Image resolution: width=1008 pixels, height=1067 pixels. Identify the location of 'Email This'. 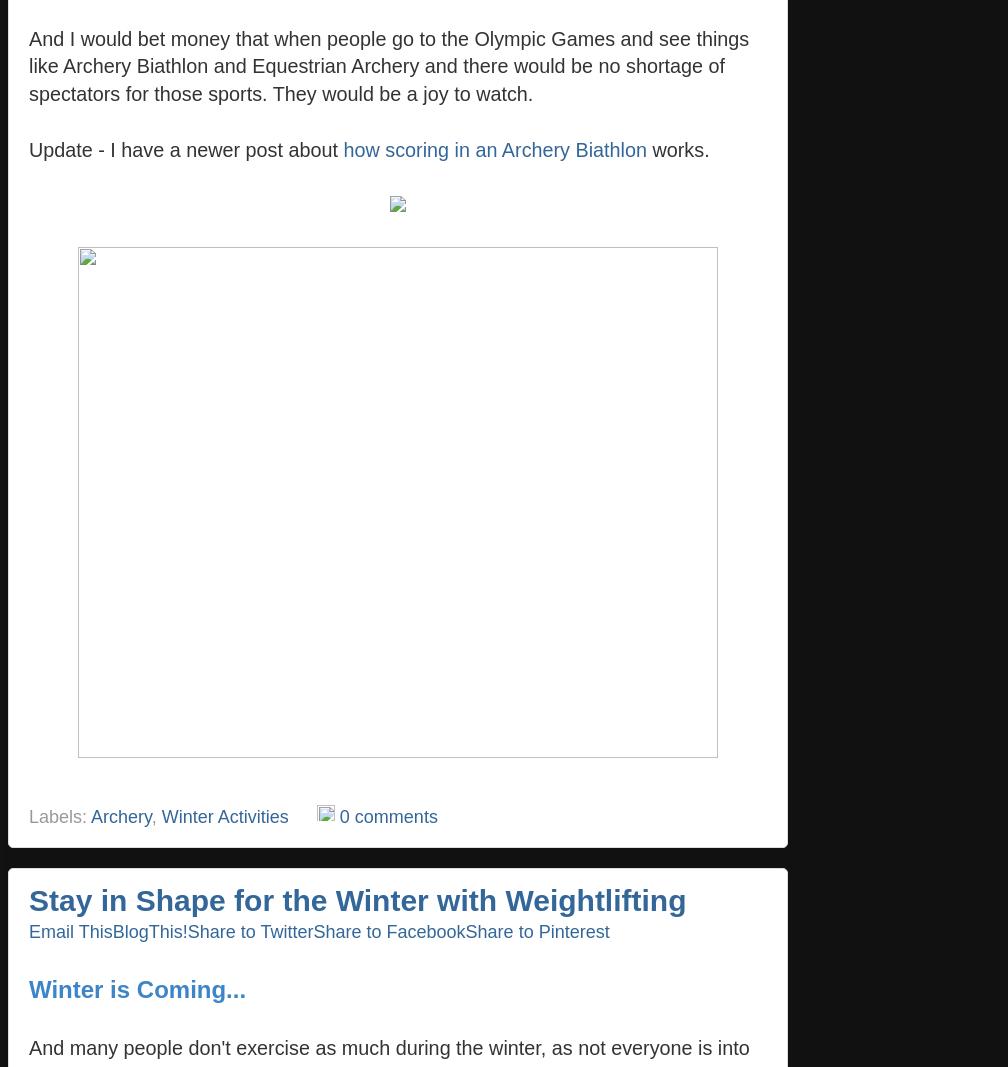
(70, 930).